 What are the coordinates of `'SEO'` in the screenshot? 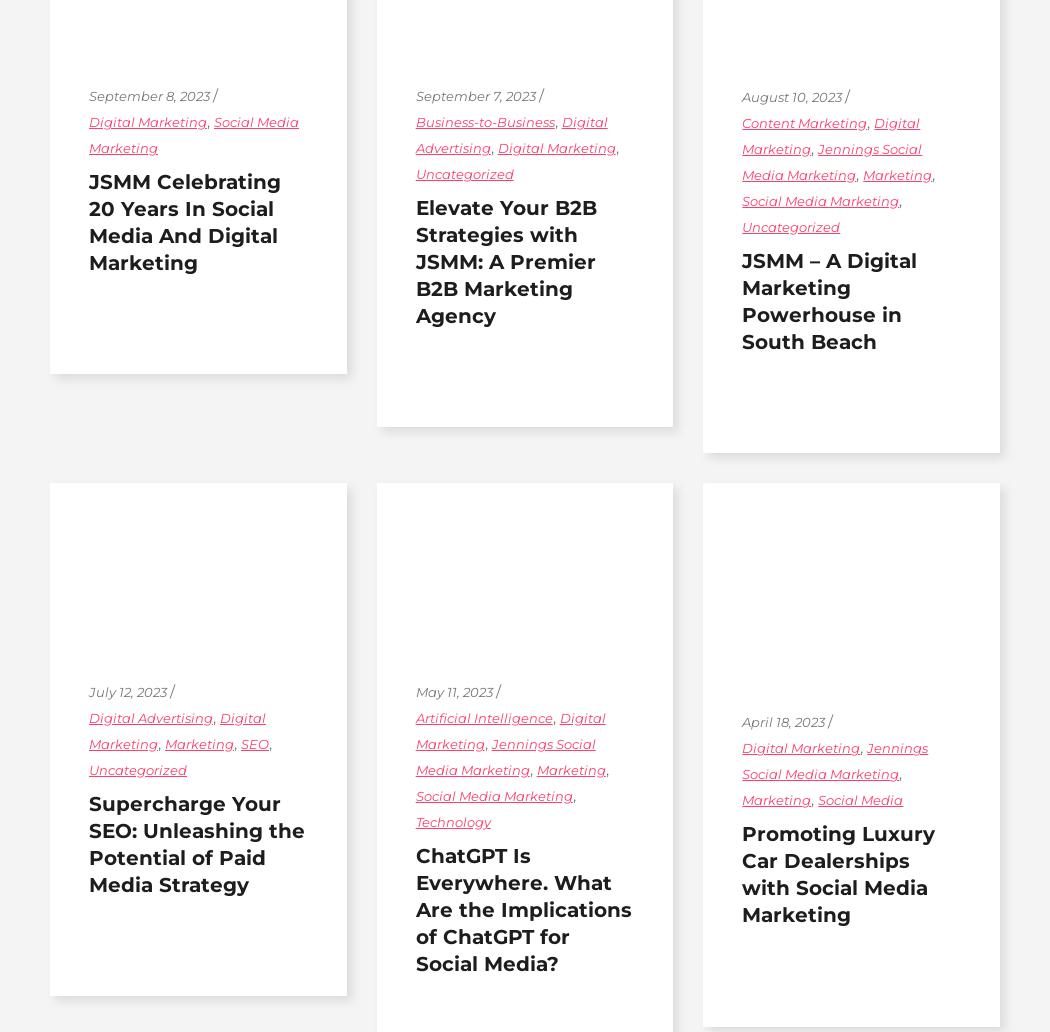 It's located at (240, 742).